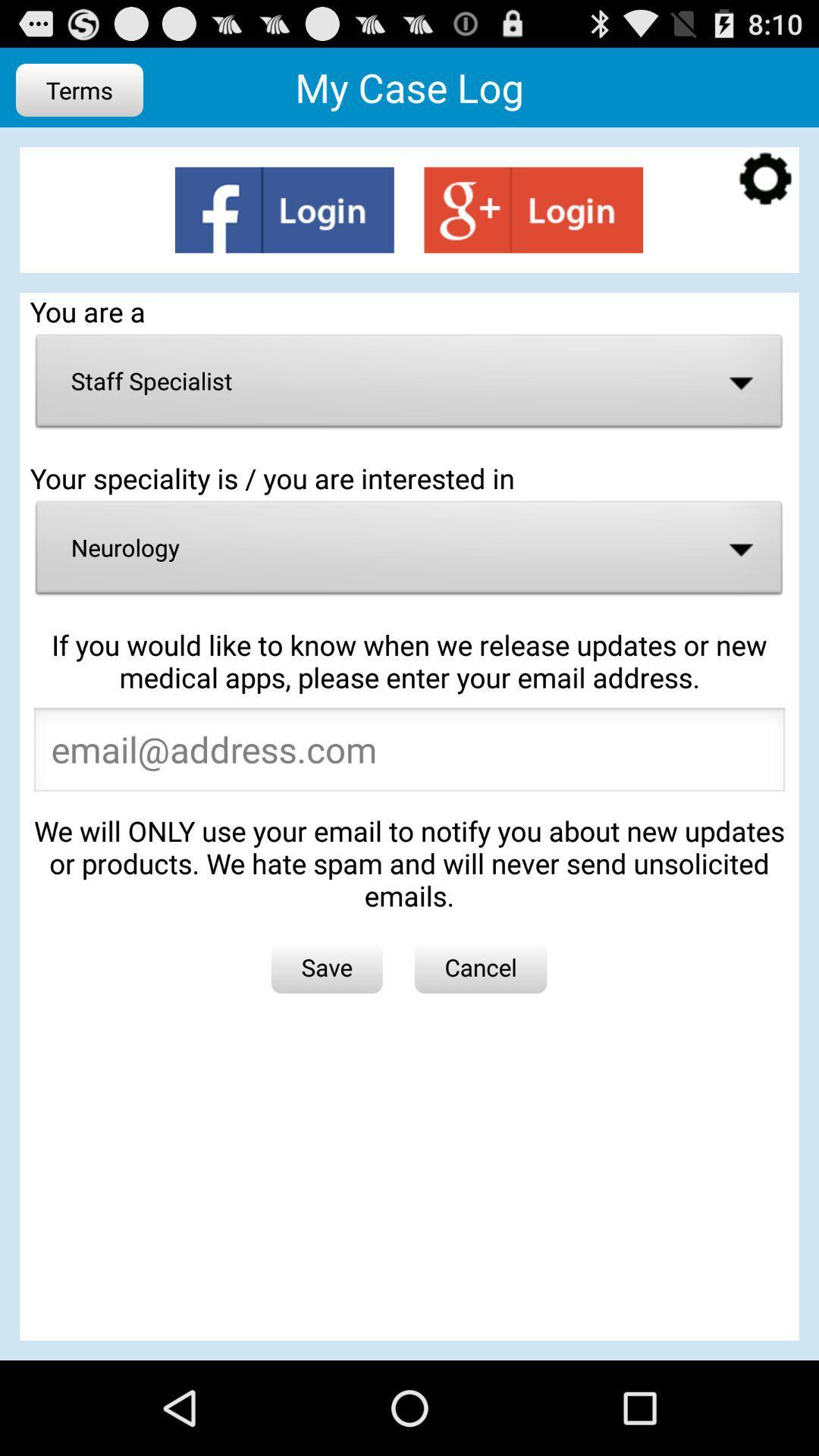 The width and height of the screenshot is (819, 1456). I want to click on login with google+, so click(532, 209).